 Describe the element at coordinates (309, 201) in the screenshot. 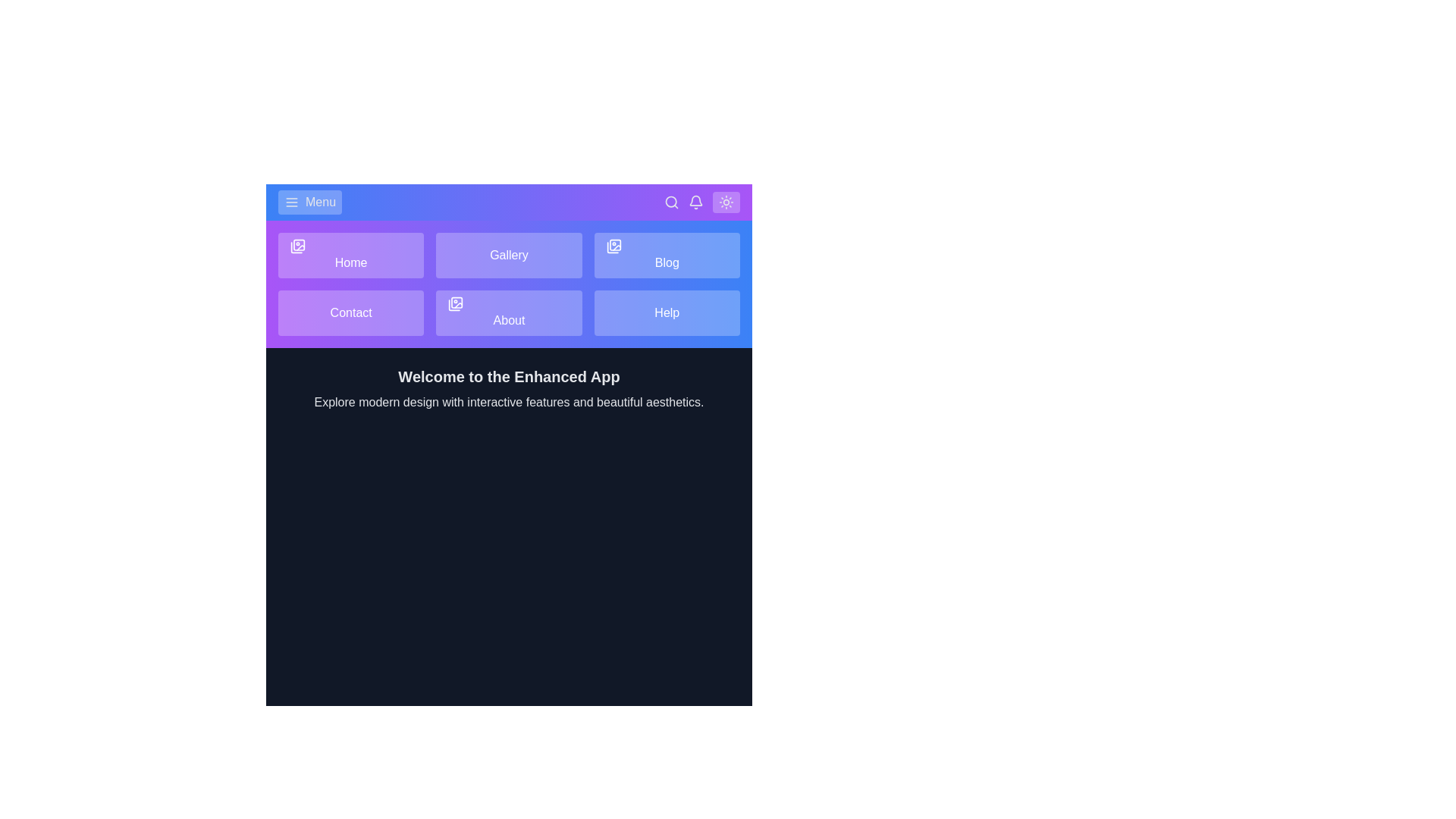

I see `menu button to toggle the menu visibility` at that location.